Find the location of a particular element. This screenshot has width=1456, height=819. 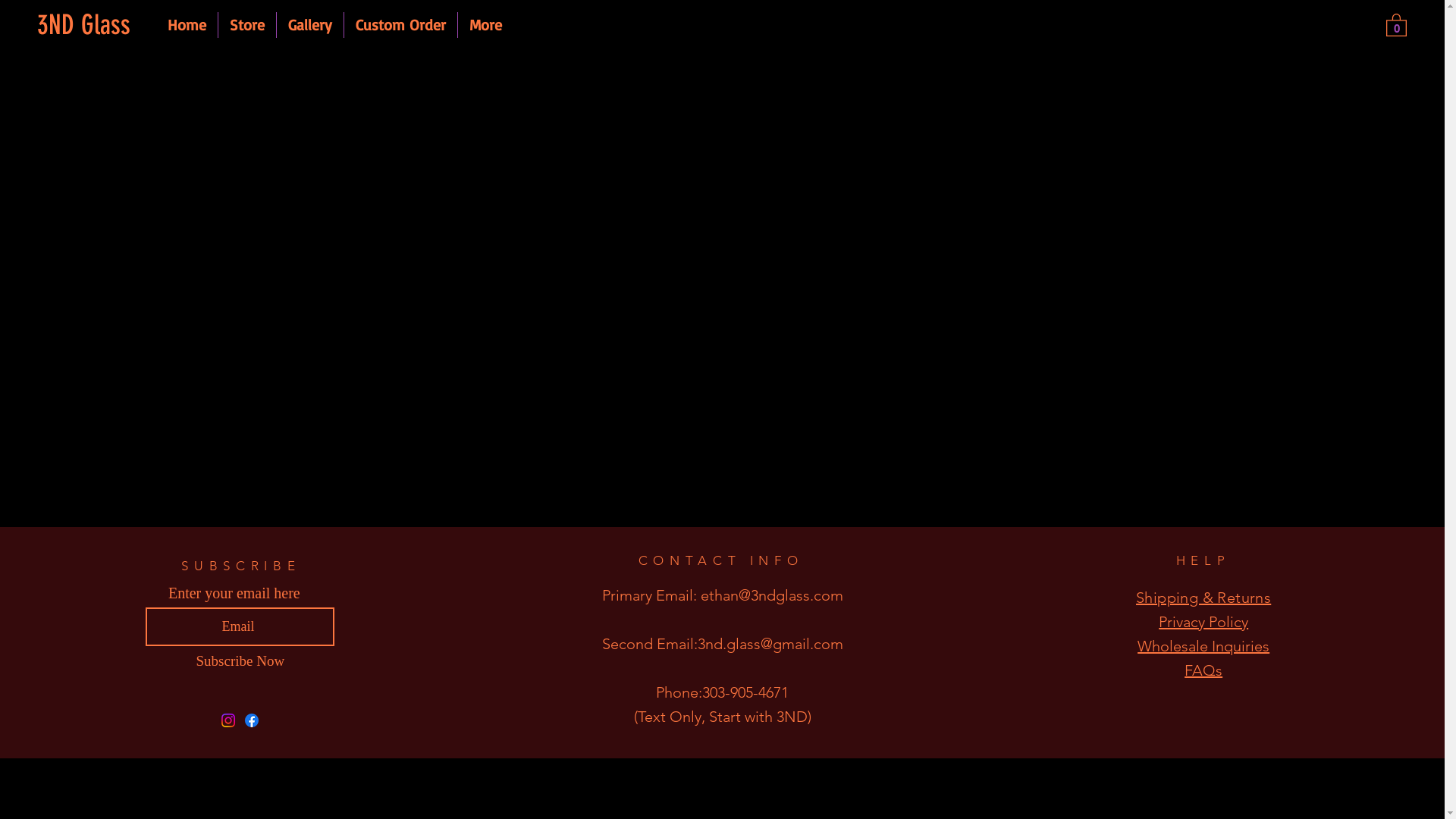

'Subscribe Now' is located at coordinates (239, 660).